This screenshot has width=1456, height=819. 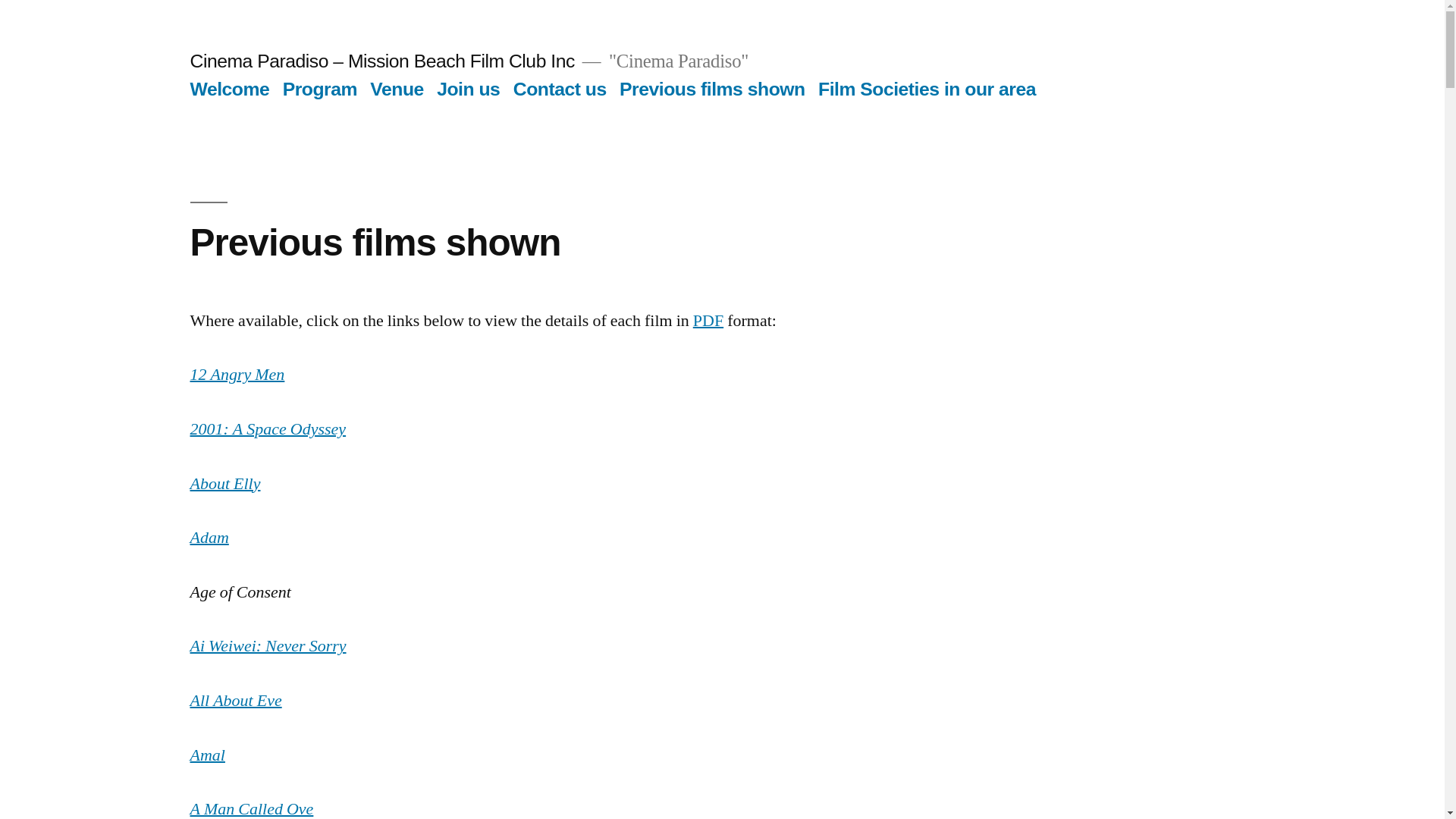 I want to click on '2001: A Space Odyssey', so click(x=268, y=429).